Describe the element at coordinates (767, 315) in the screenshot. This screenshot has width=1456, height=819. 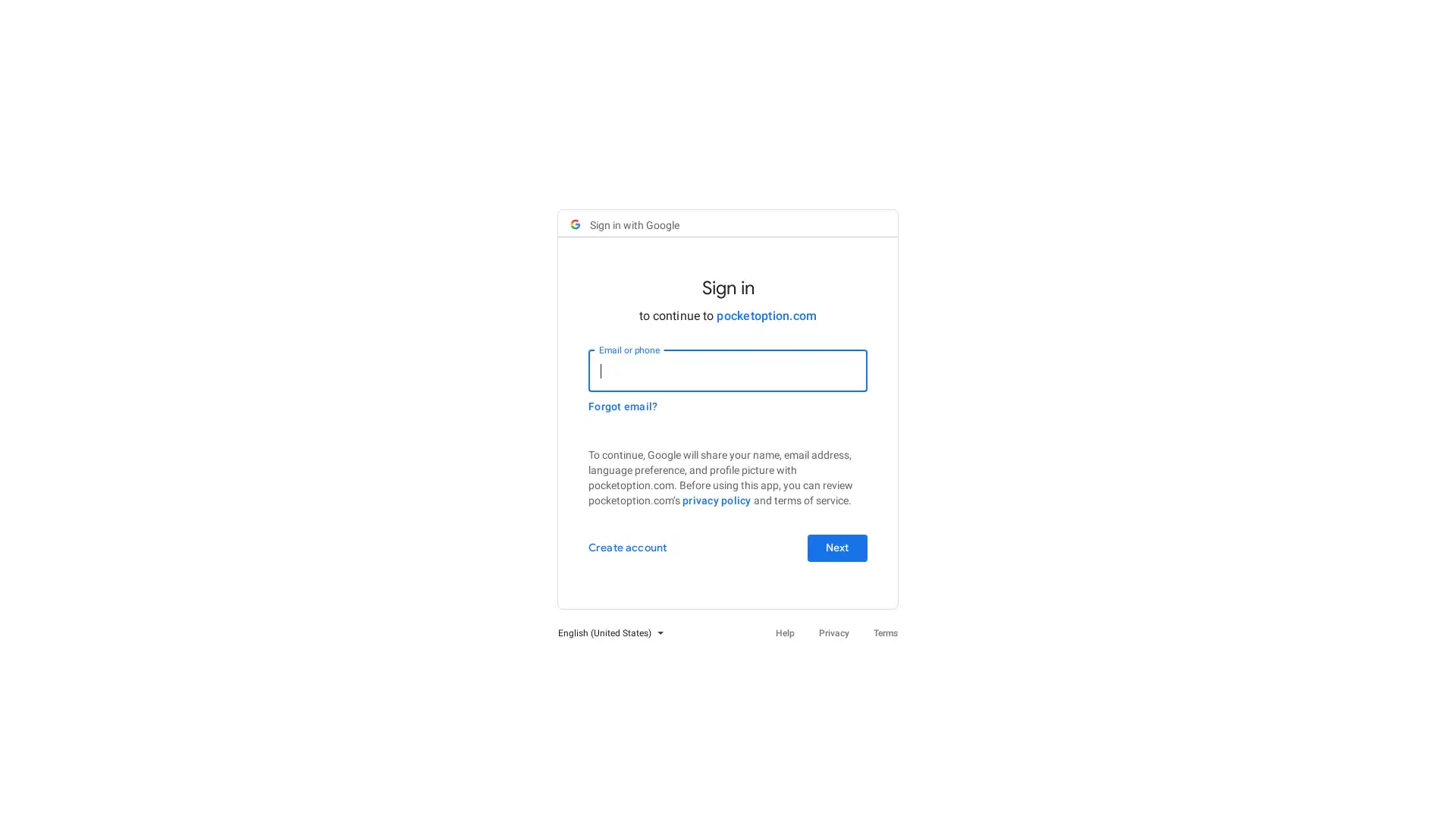
I see `pocketoption.com` at that location.